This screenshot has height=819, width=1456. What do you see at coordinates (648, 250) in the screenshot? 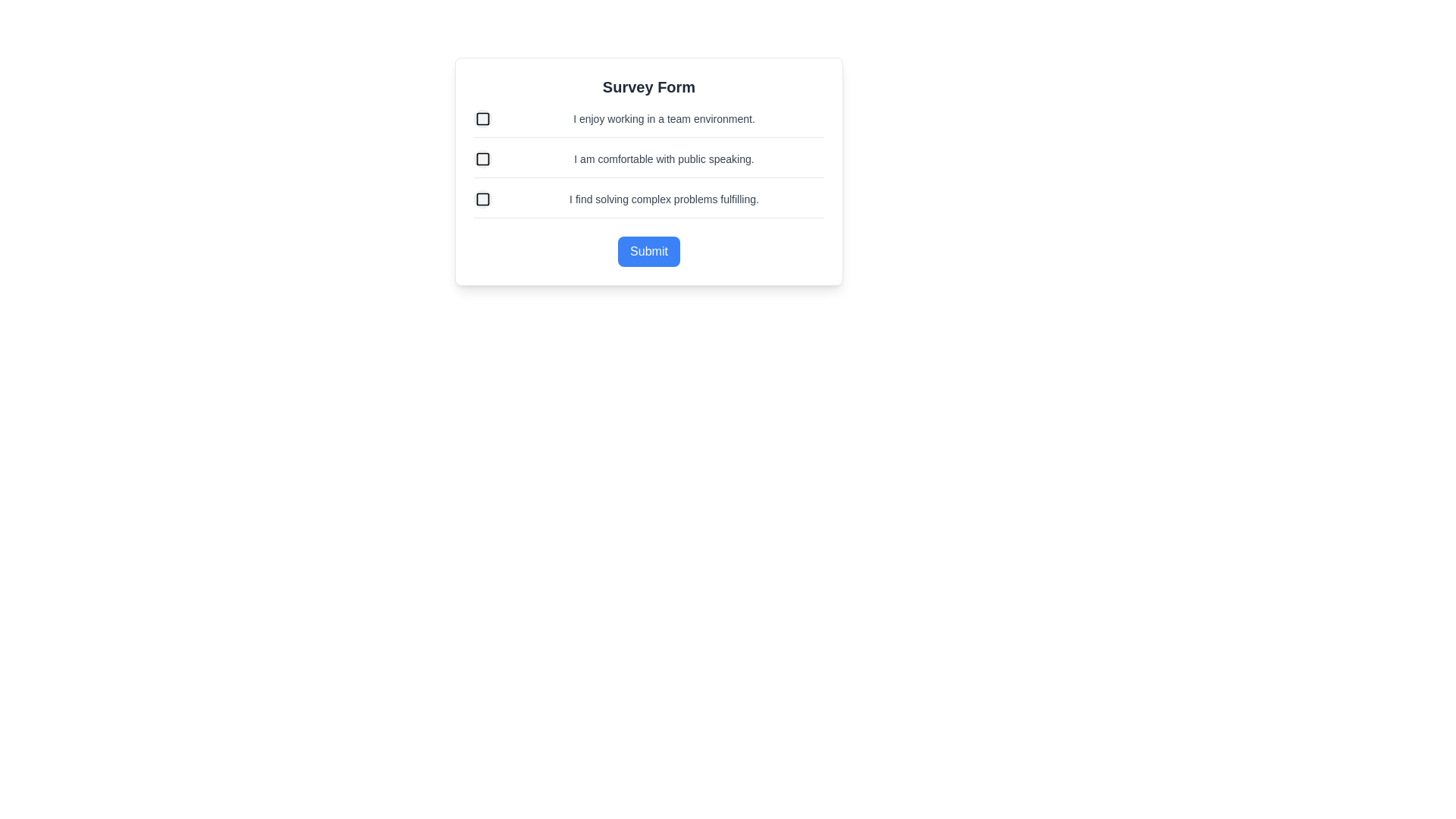
I see `the submit button located at the bottom of the 'Survey Form'` at bounding box center [648, 250].